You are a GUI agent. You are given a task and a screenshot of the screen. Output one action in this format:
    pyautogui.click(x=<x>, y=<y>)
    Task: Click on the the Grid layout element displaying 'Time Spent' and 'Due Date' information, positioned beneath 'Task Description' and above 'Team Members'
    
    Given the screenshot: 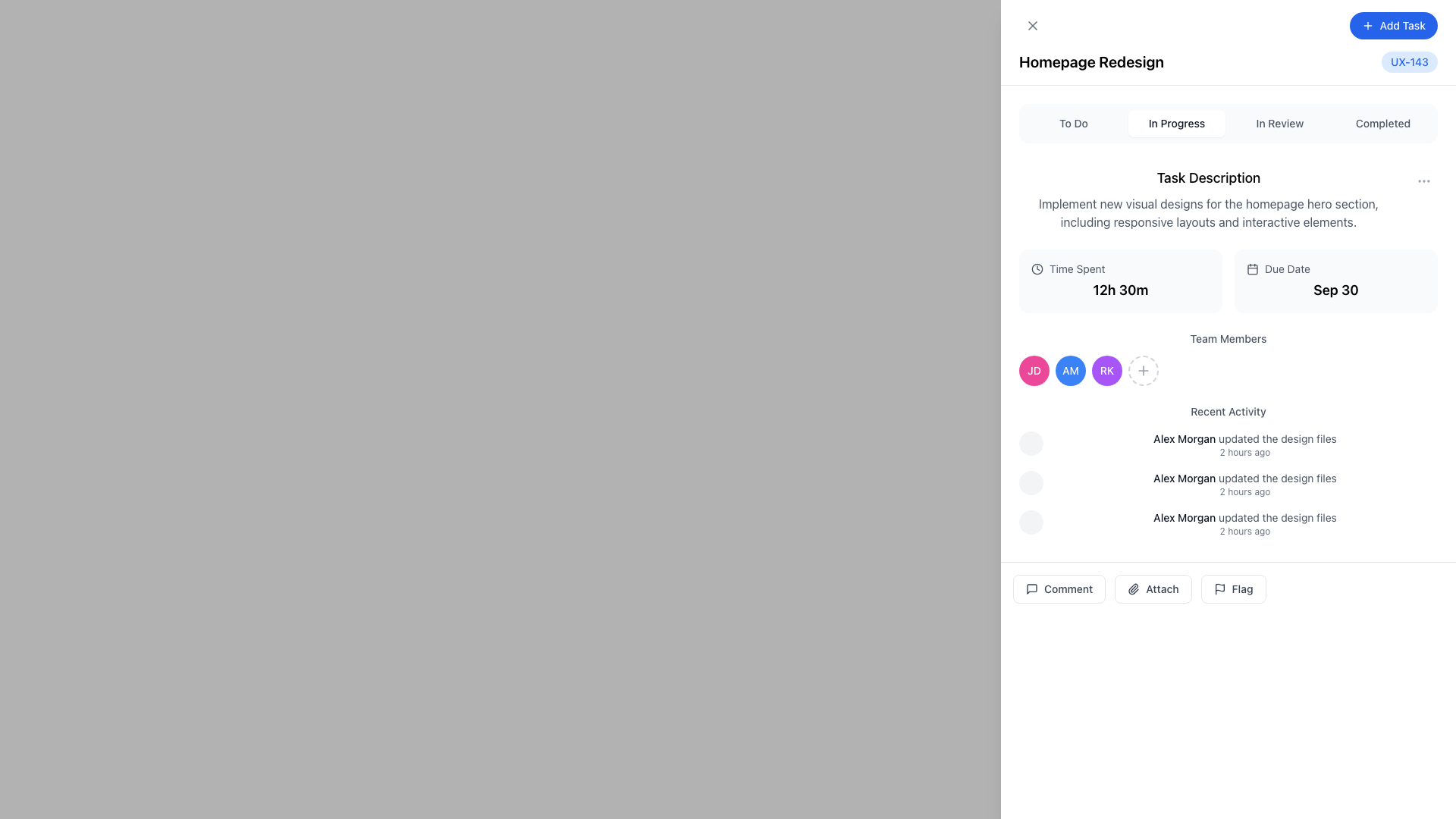 What is the action you would take?
    pyautogui.click(x=1228, y=281)
    